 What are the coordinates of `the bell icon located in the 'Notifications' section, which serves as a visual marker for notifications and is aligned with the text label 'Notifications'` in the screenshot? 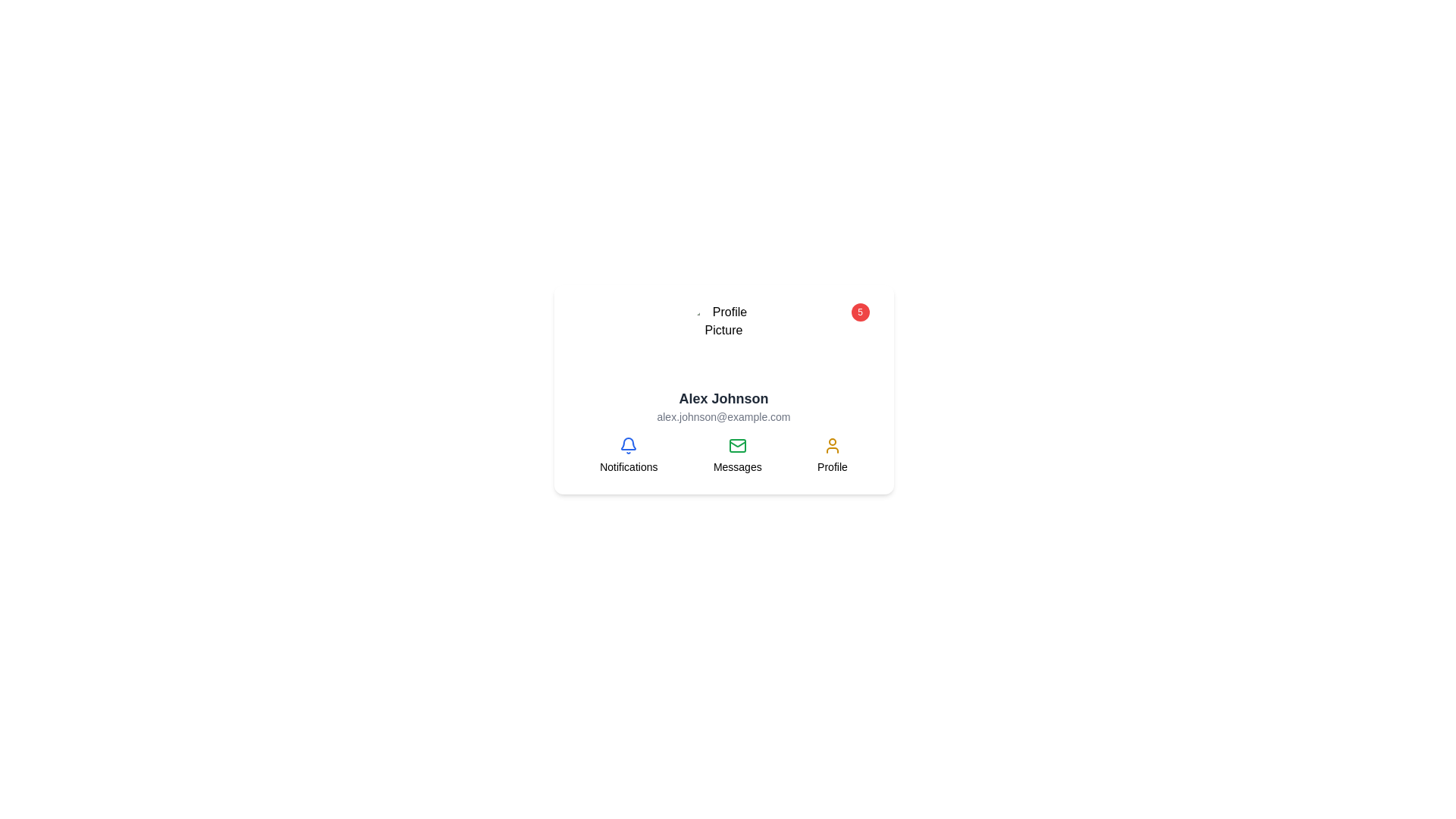 It's located at (629, 444).